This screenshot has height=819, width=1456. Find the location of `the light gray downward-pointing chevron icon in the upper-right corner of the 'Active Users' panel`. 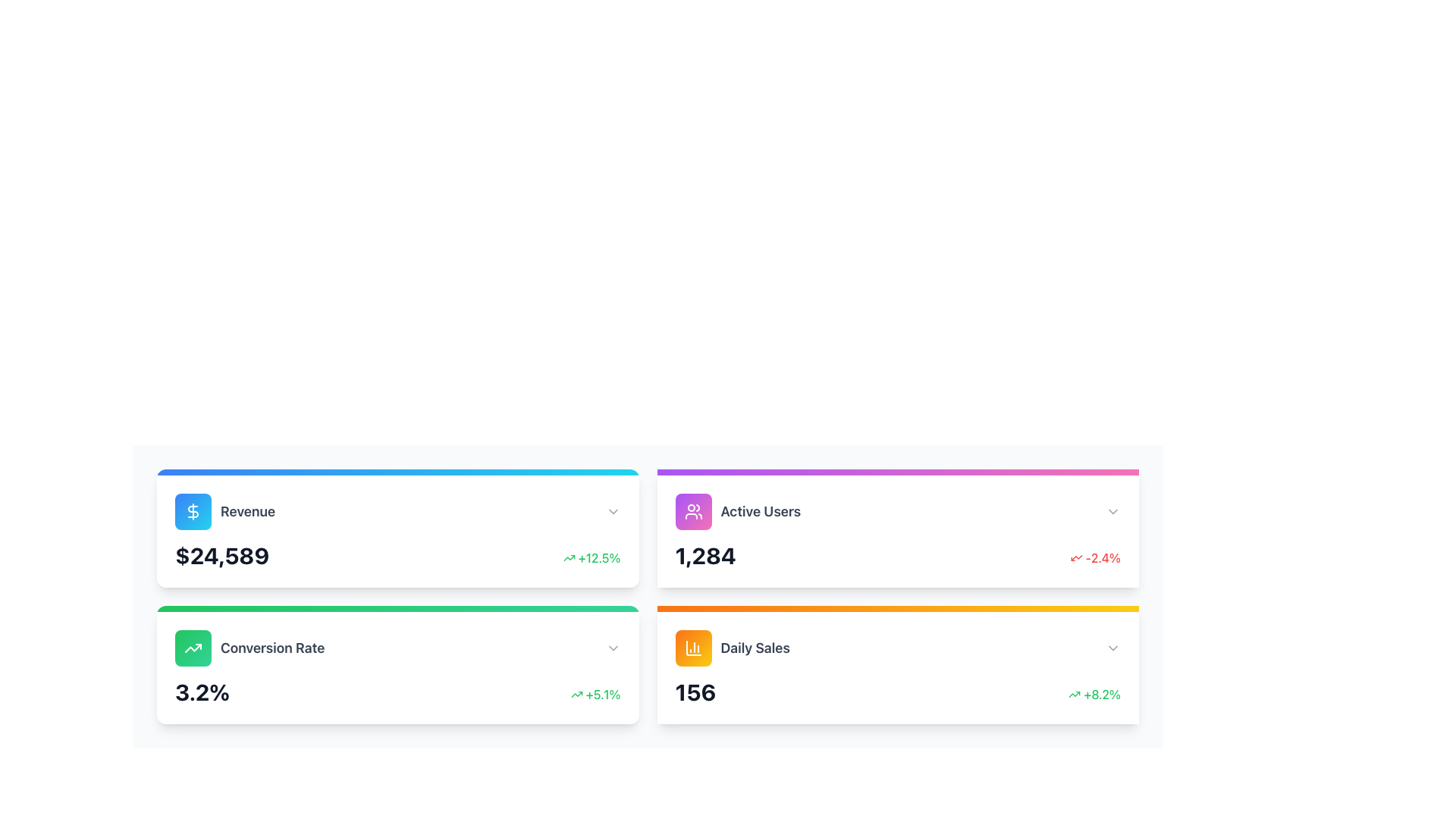

the light gray downward-pointing chevron icon in the upper-right corner of the 'Active Users' panel is located at coordinates (1113, 512).